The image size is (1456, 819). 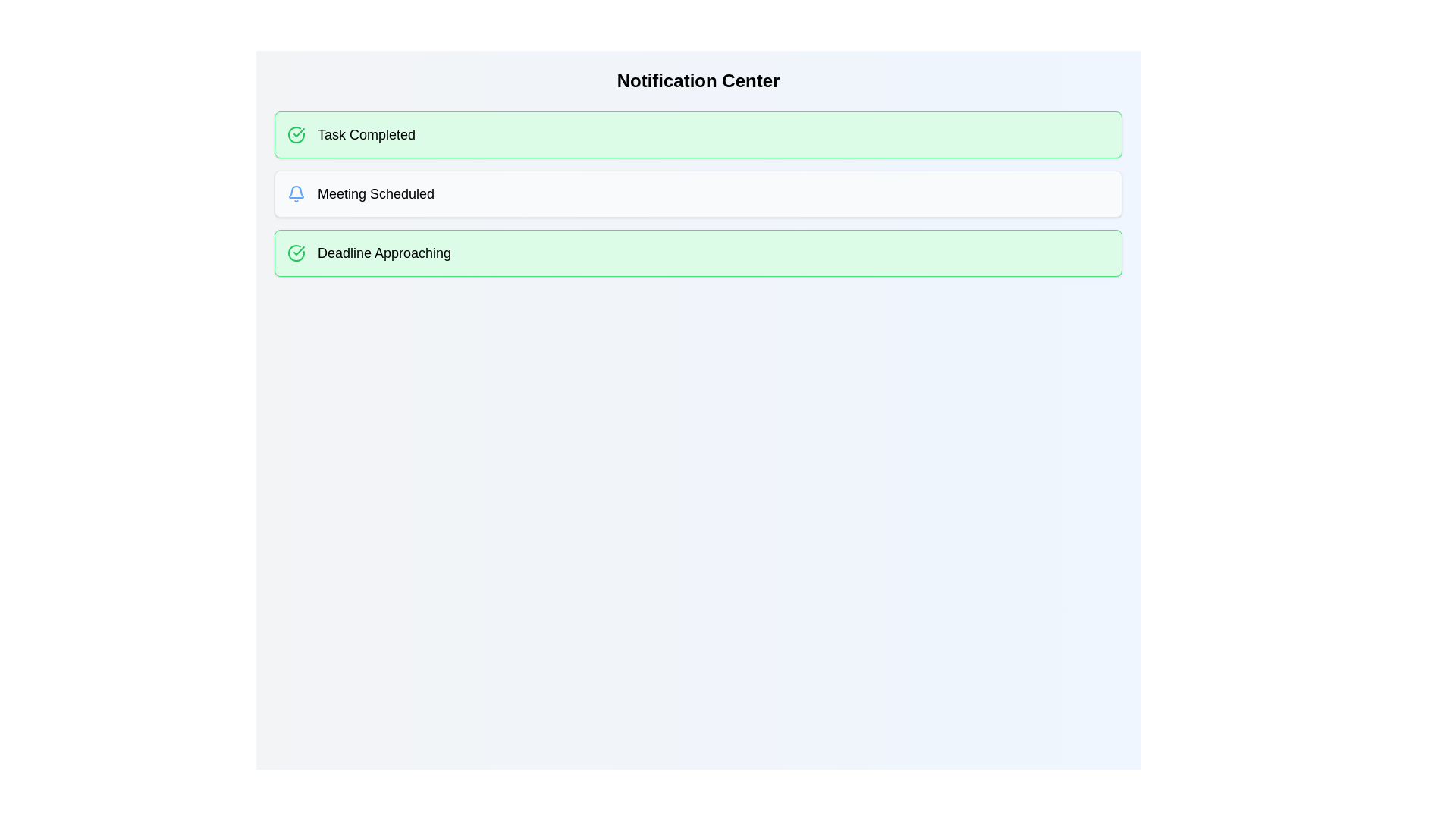 I want to click on the notification chip labeled 'Meeting Scheduled' by clicking on it, so click(x=698, y=193).